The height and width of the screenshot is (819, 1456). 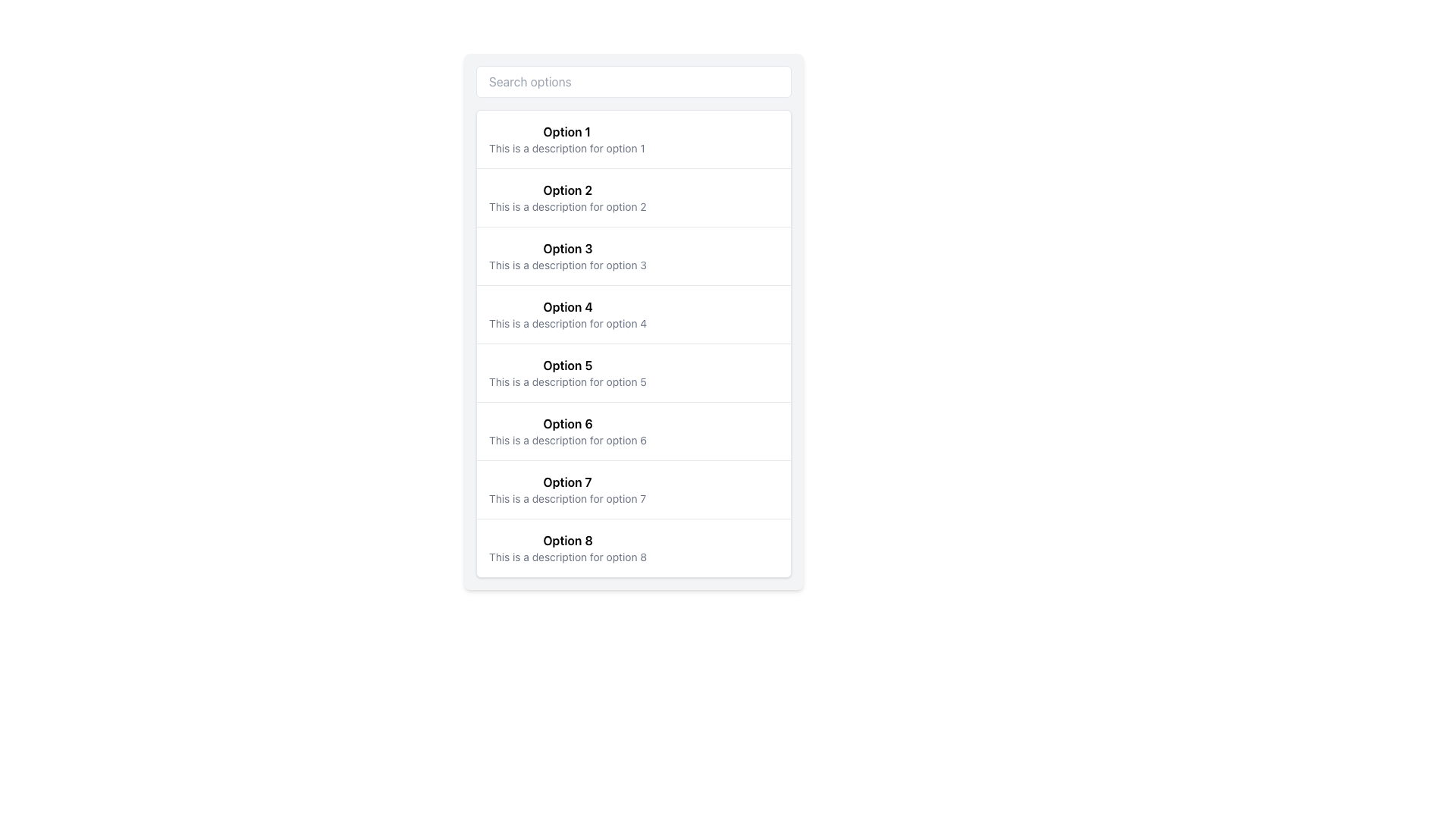 What do you see at coordinates (567, 323) in the screenshot?
I see `the static text element providing additional information about 'Option 4', located beneath the bolded label in the fourth item of the vertical list` at bounding box center [567, 323].